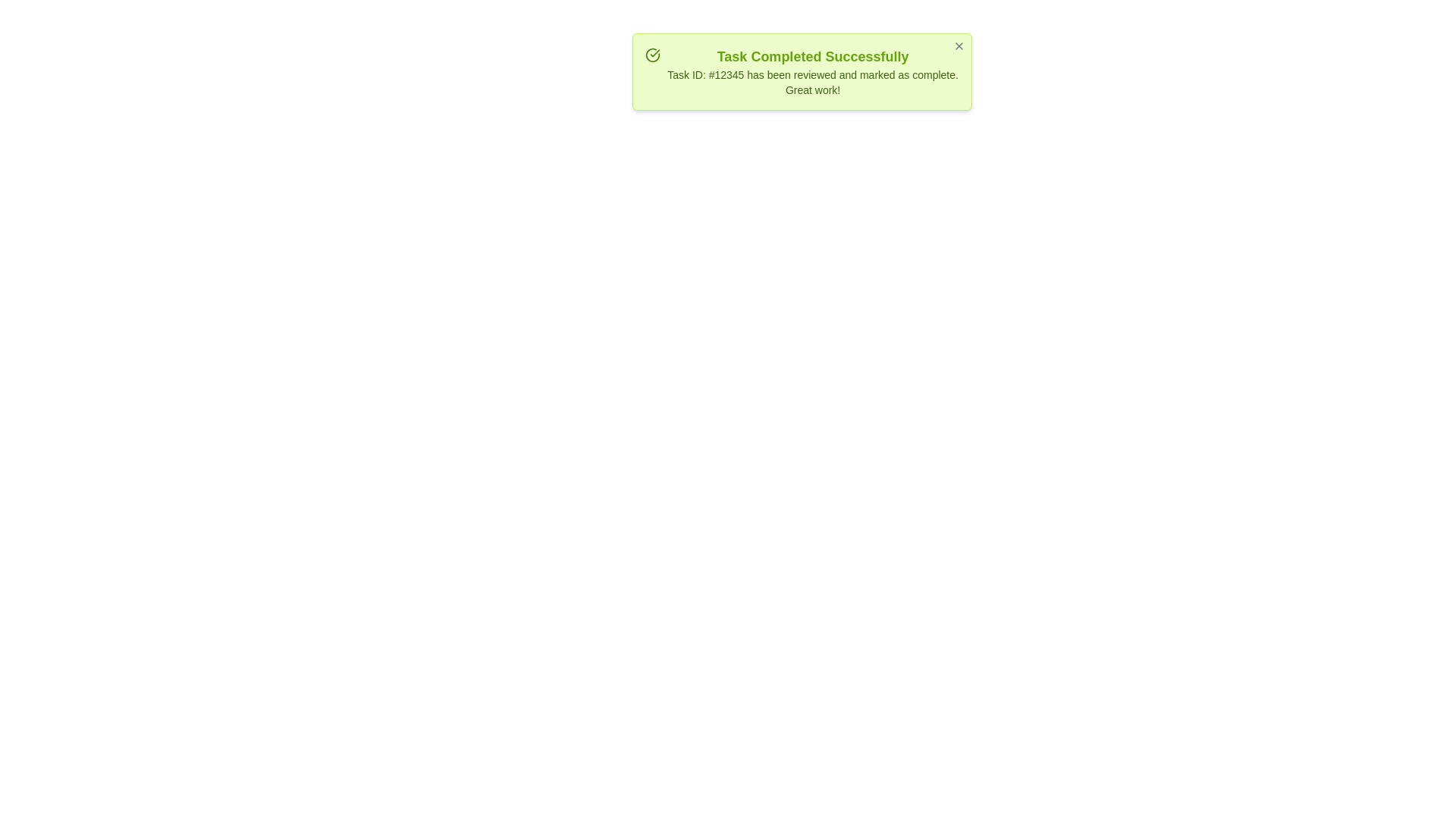 This screenshot has width=1456, height=819. What do you see at coordinates (959, 45) in the screenshot?
I see `dismiss button to close the confirmation card` at bounding box center [959, 45].